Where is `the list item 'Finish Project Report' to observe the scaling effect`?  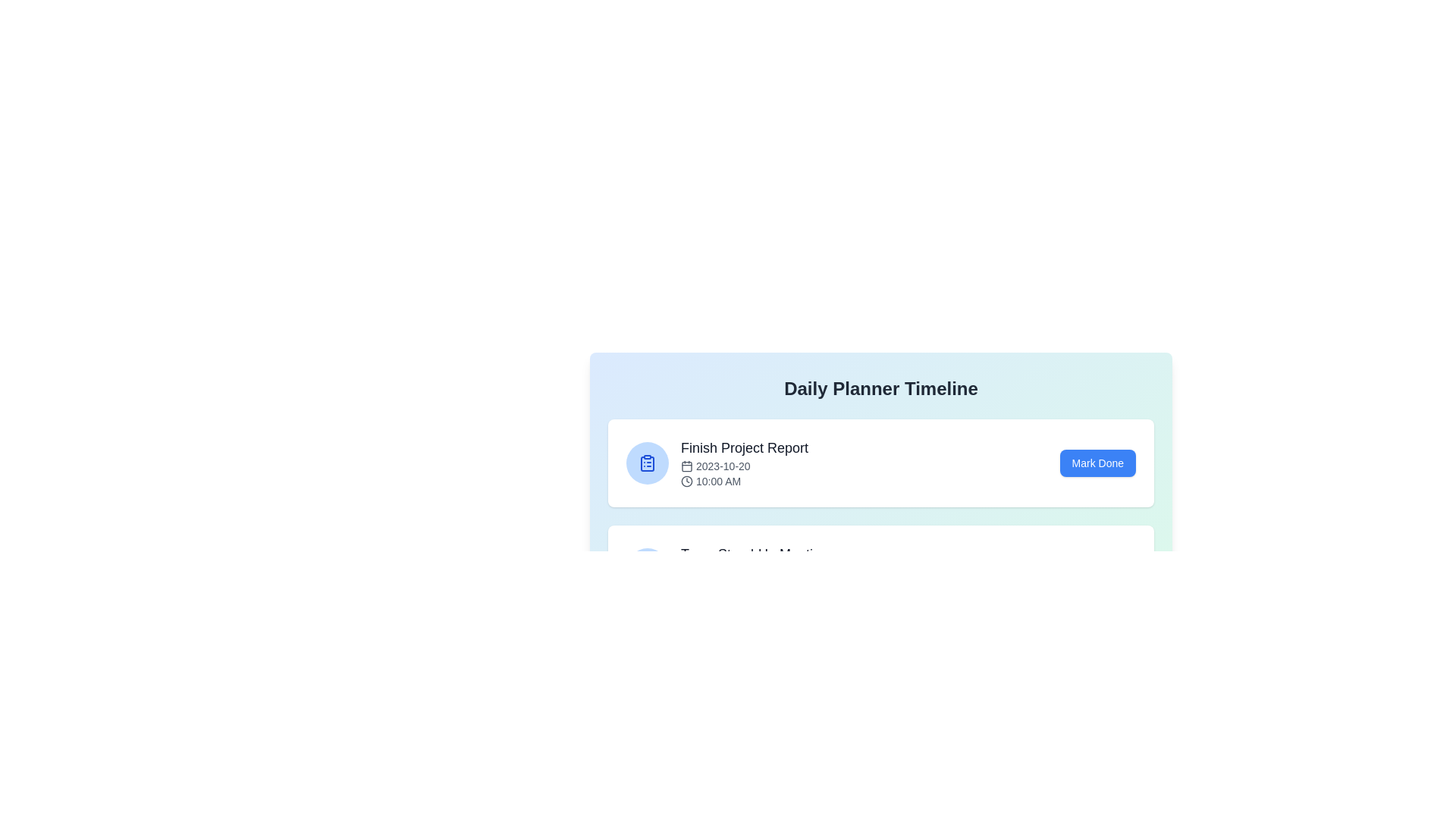
the list item 'Finish Project Report' to observe the scaling effect is located at coordinates (880, 462).